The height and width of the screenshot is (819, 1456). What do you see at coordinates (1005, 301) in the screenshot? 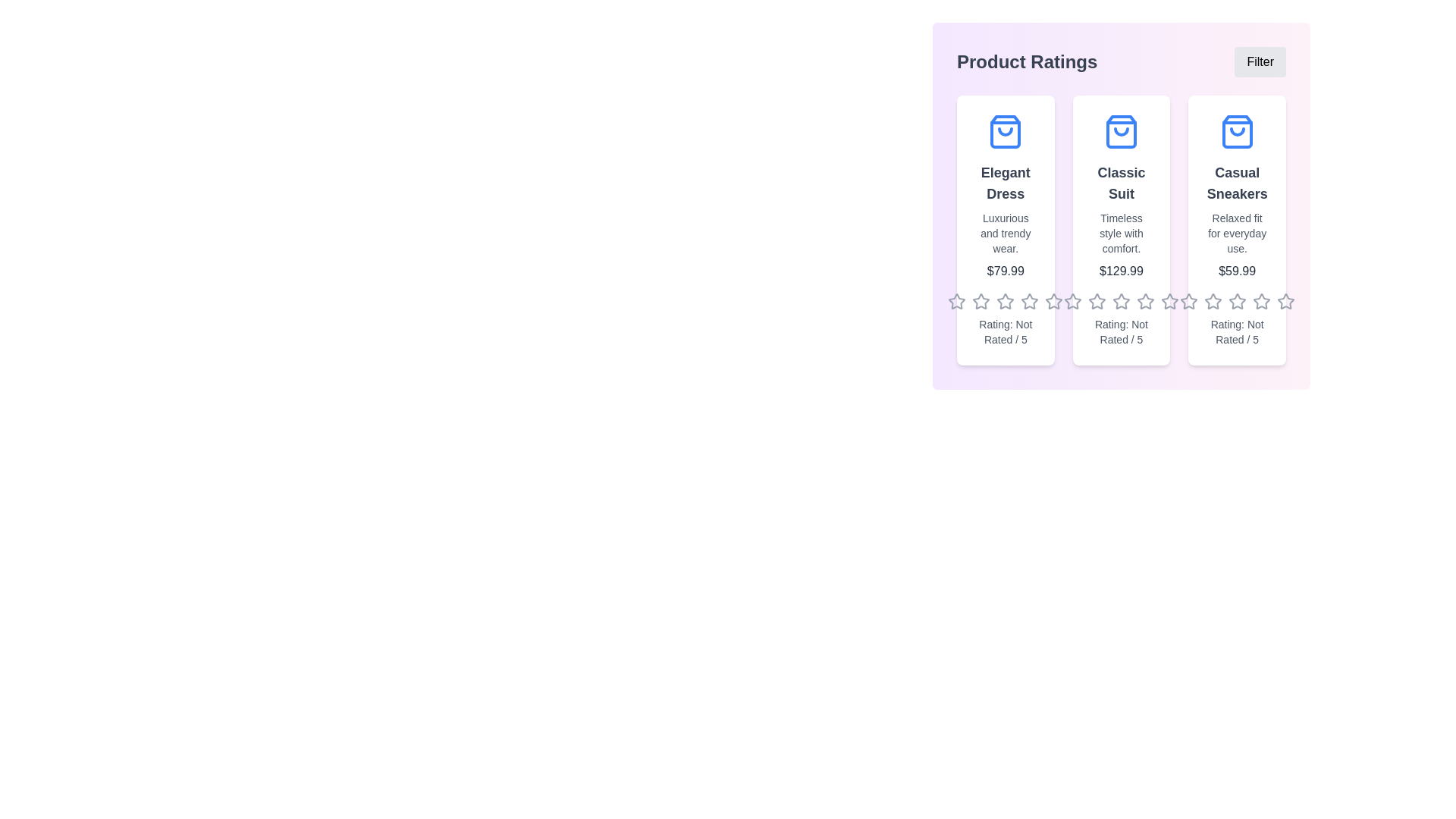
I see `the rating of a product to 3 stars by clicking on the respective star in the product's rating section` at bounding box center [1005, 301].